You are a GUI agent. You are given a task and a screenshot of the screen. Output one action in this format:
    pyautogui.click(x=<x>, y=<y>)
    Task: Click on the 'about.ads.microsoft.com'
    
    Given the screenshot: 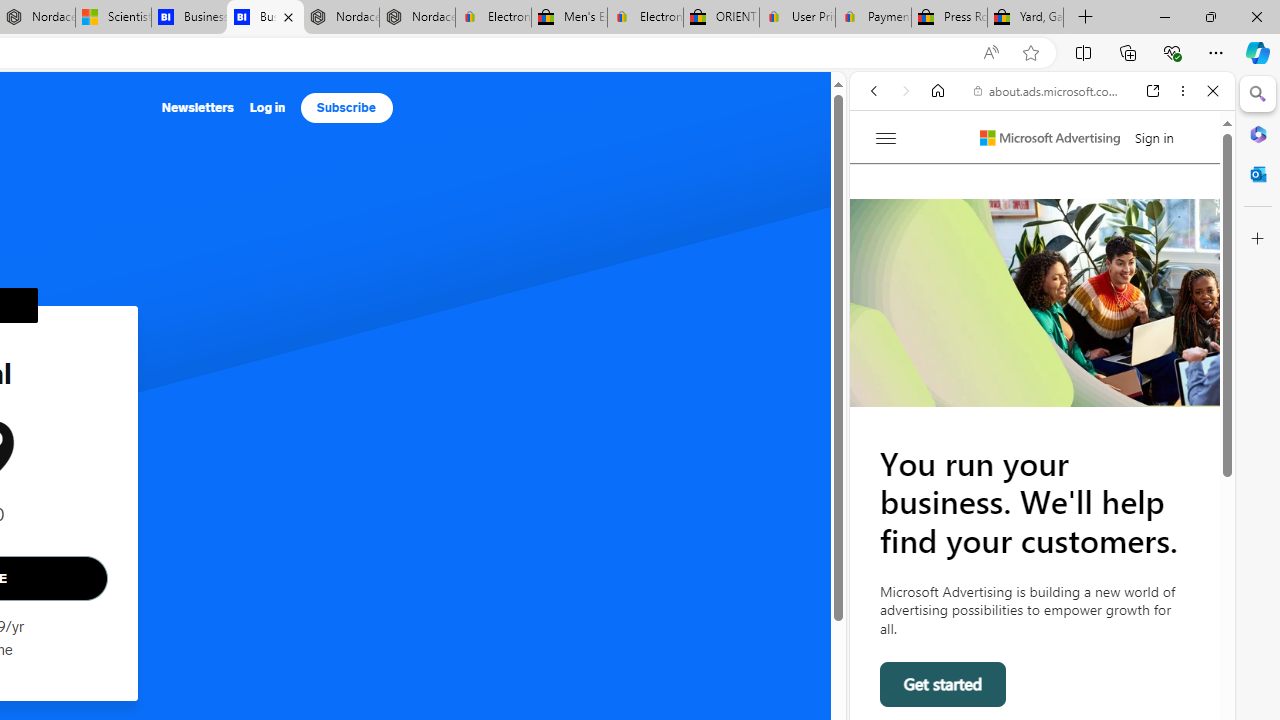 What is the action you would take?
    pyautogui.click(x=1045, y=91)
    